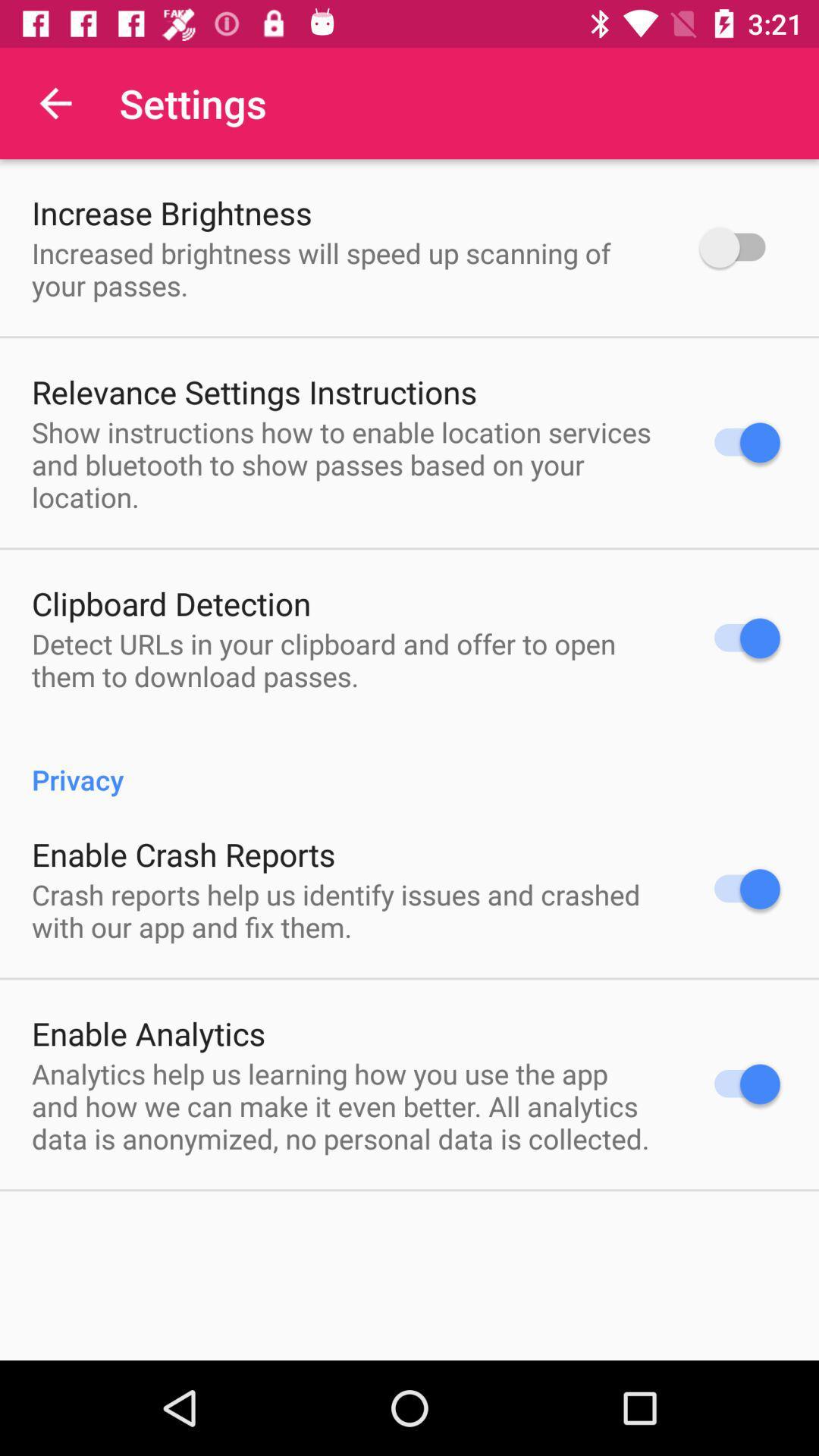  What do you see at coordinates (346, 463) in the screenshot?
I see `item above clipboard detection icon` at bounding box center [346, 463].